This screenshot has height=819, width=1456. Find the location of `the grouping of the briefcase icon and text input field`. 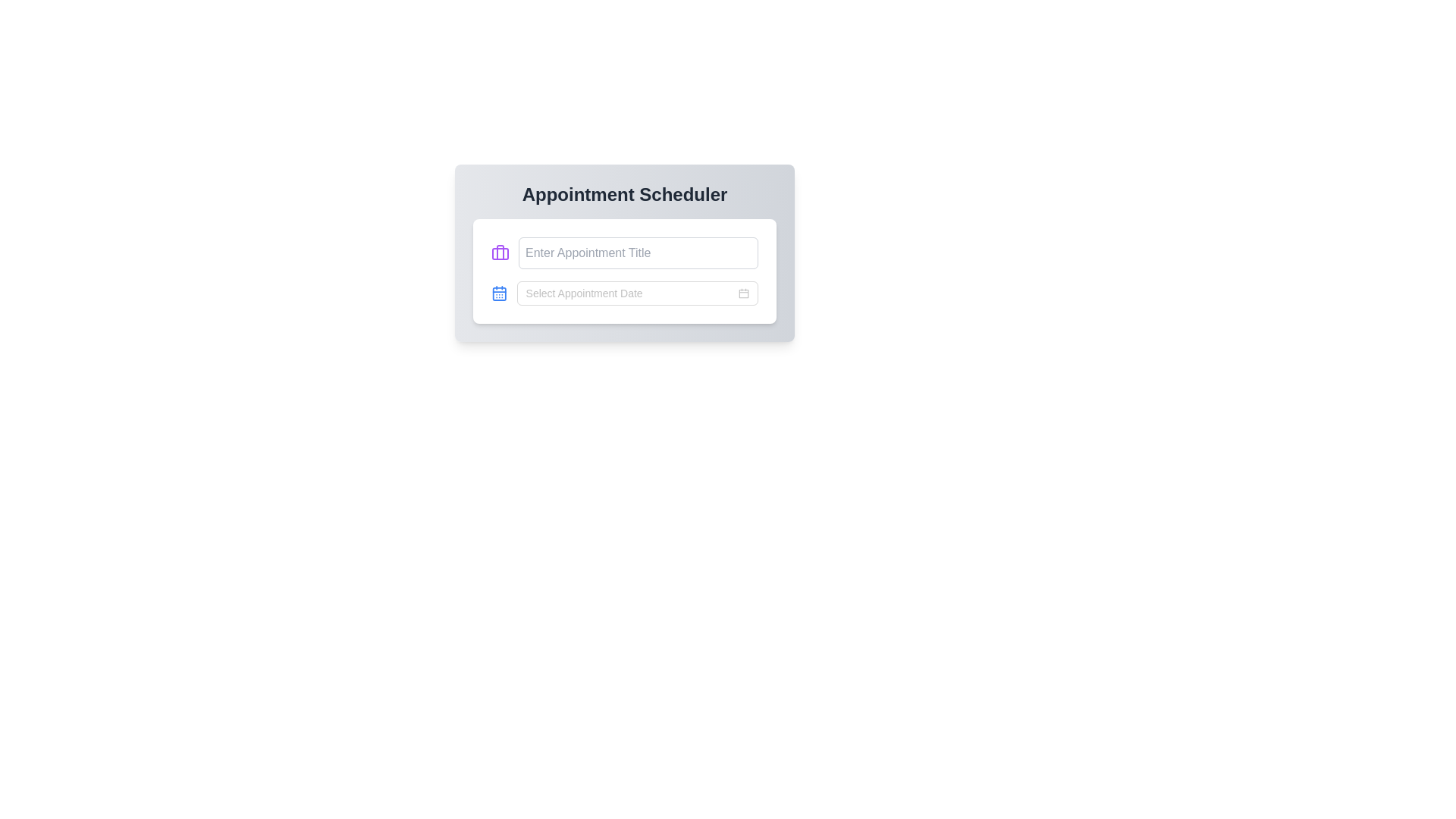

the grouping of the briefcase icon and text input field is located at coordinates (625, 253).